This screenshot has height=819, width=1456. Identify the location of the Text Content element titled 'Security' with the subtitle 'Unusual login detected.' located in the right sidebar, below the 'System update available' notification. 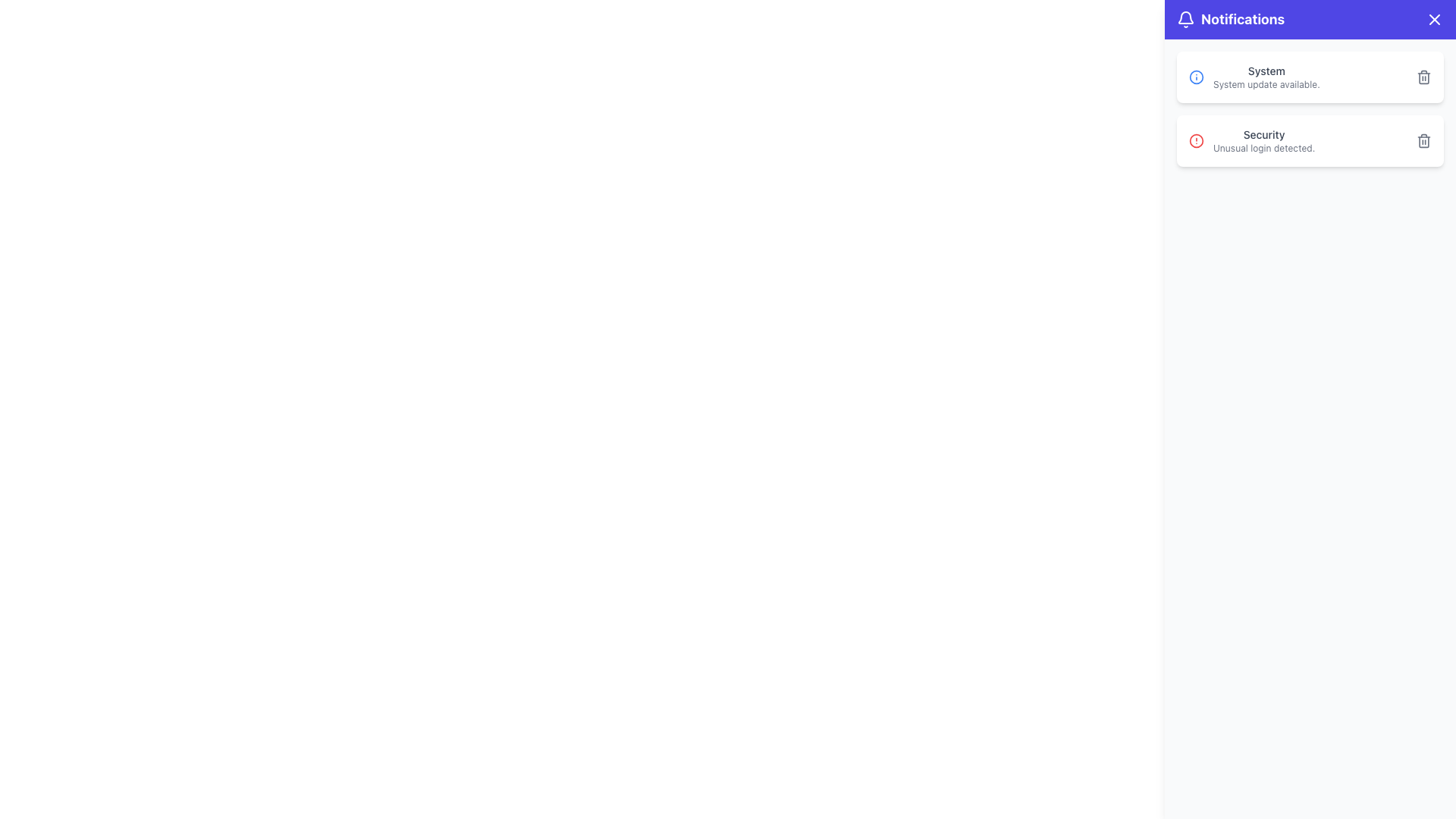
(1264, 140).